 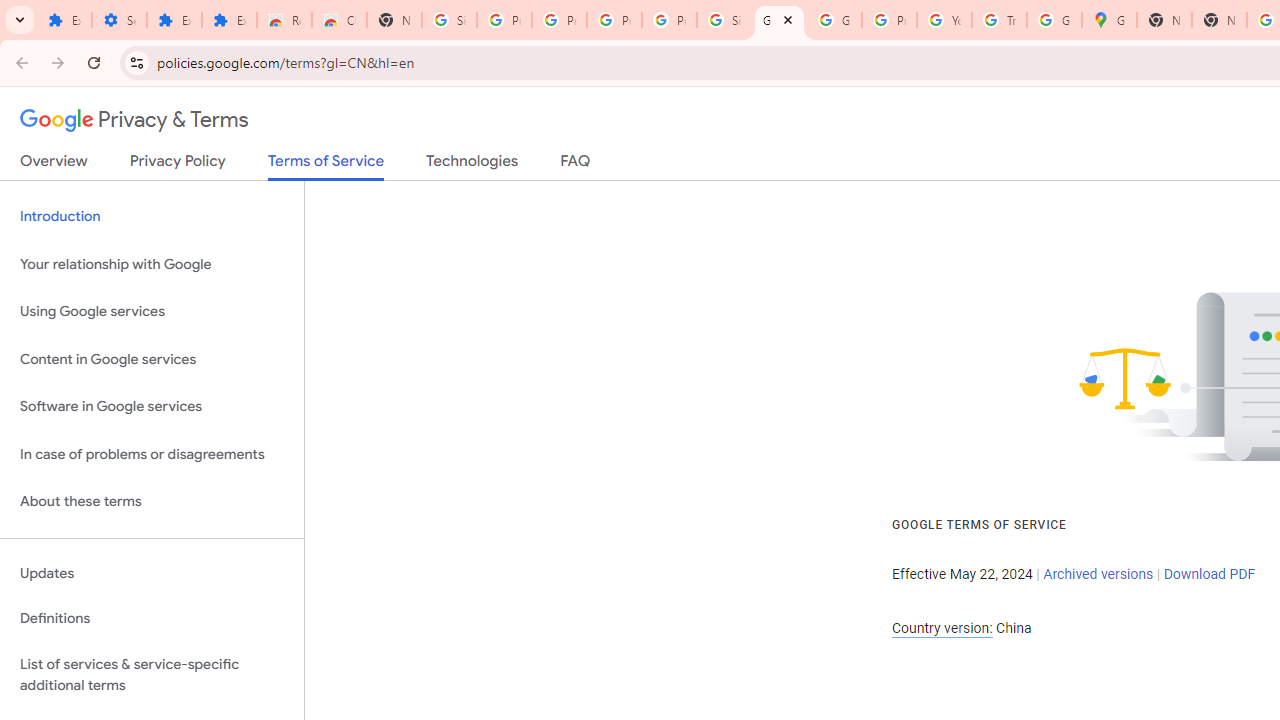 I want to click on 'Software in Google services', so click(x=151, y=406).